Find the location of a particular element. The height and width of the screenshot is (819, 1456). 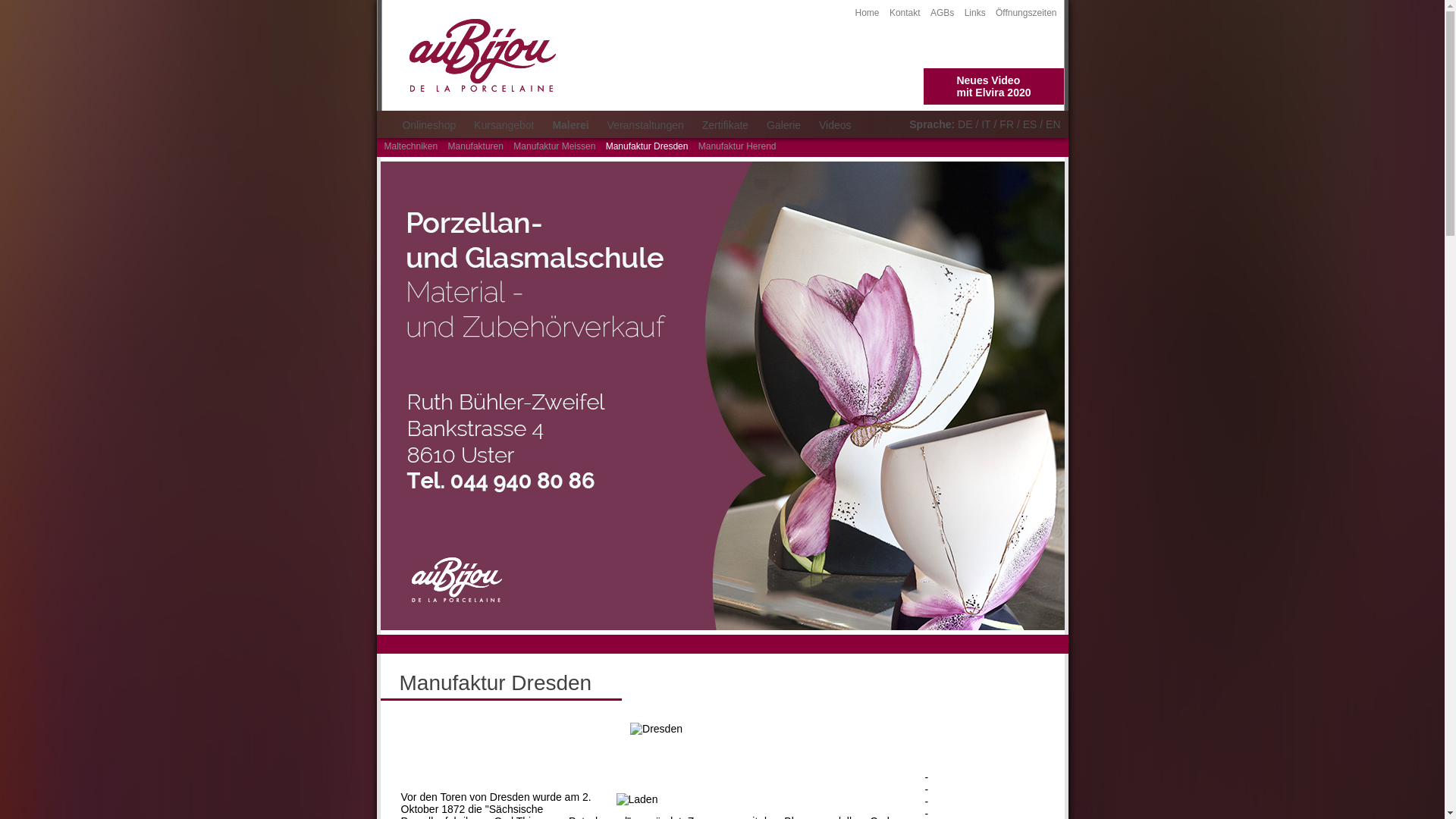

'Manufaktur Dresden' is located at coordinates (647, 146).